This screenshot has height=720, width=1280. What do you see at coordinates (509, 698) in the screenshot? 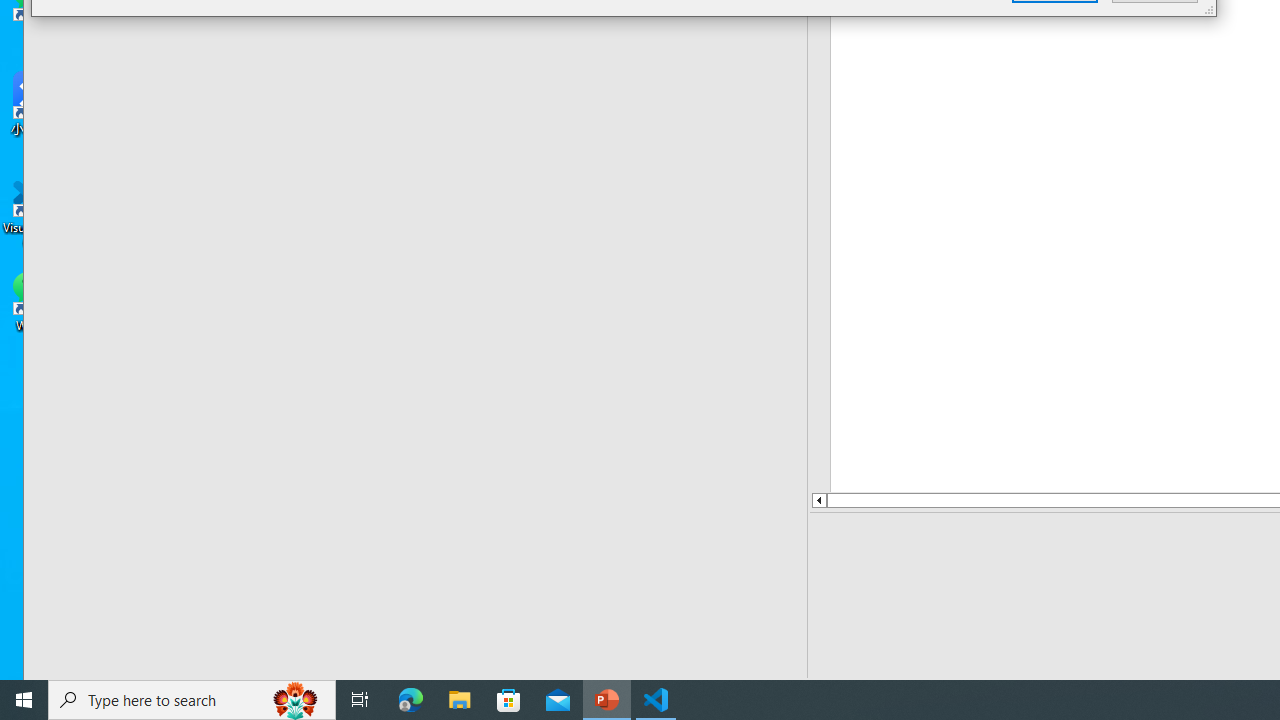
I see `'Microsoft Store'` at bounding box center [509, 698].